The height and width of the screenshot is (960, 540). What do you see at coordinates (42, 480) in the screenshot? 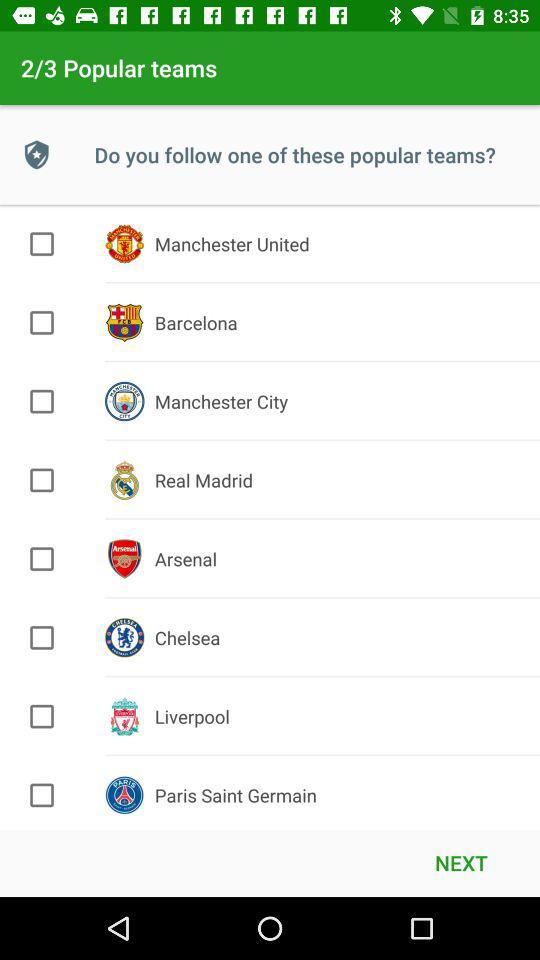
I see `check box left to real madrid` at bounding box center [42, 480].